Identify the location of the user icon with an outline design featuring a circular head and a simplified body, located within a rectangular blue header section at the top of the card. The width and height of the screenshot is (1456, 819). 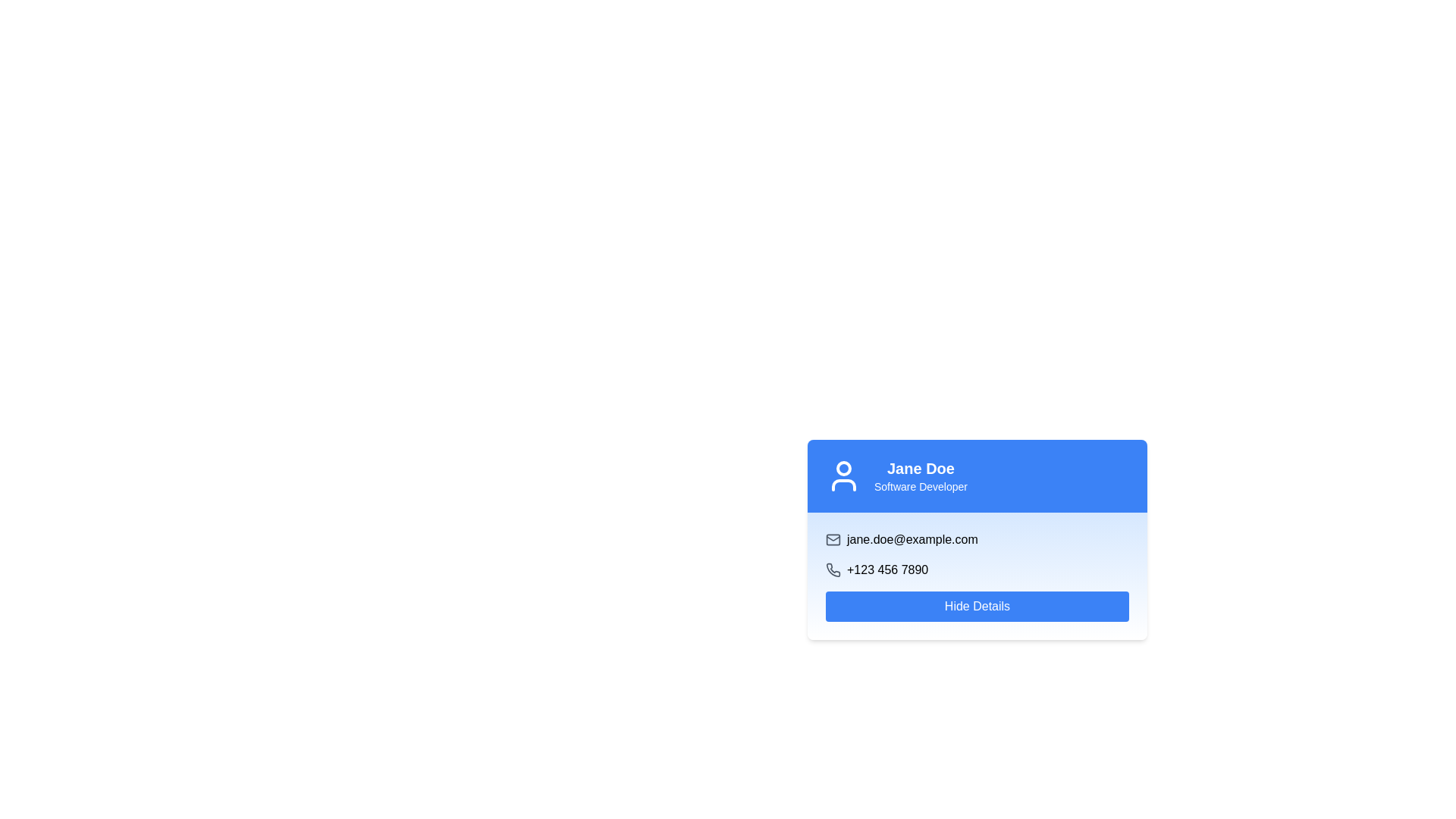
(843, 475).